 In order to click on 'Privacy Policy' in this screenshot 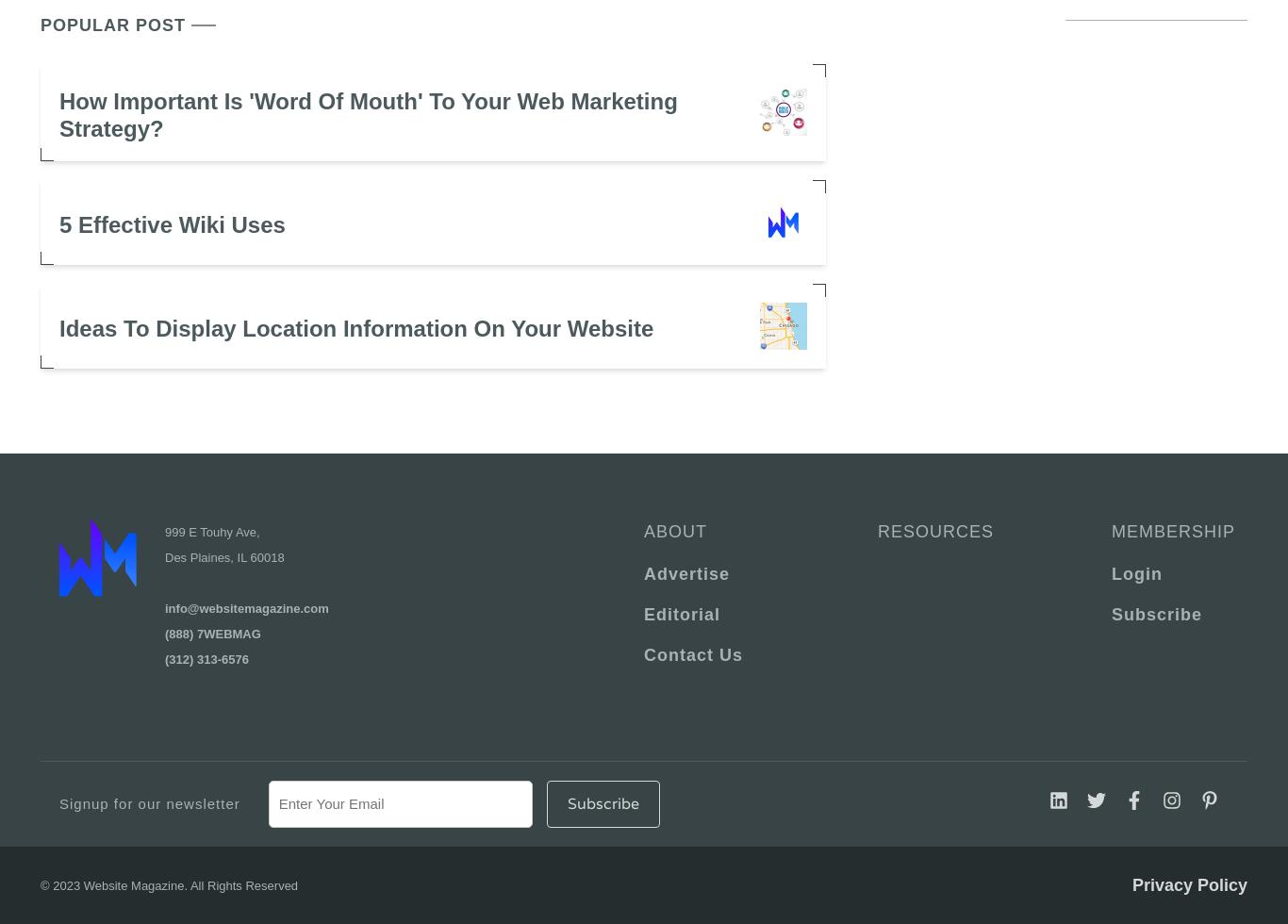, I will do `click(1188, 883)`.